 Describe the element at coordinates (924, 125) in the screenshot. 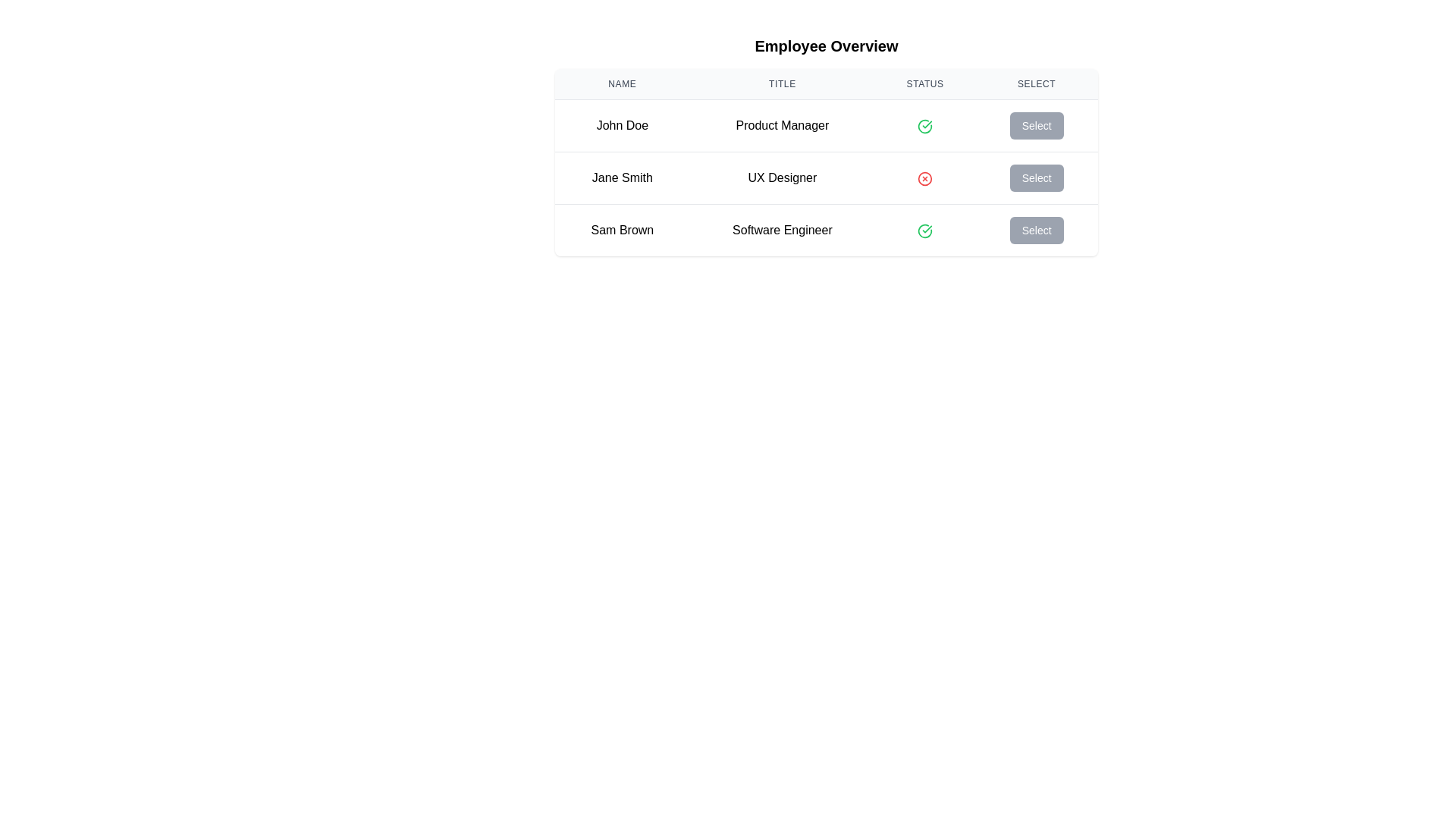

I see `the circular icon with a green border and check mark that indicates a positive status, located in the 'STATUS' column of the 'Employee Overview' table, corresponding to Sam Brown's entry` at that location.